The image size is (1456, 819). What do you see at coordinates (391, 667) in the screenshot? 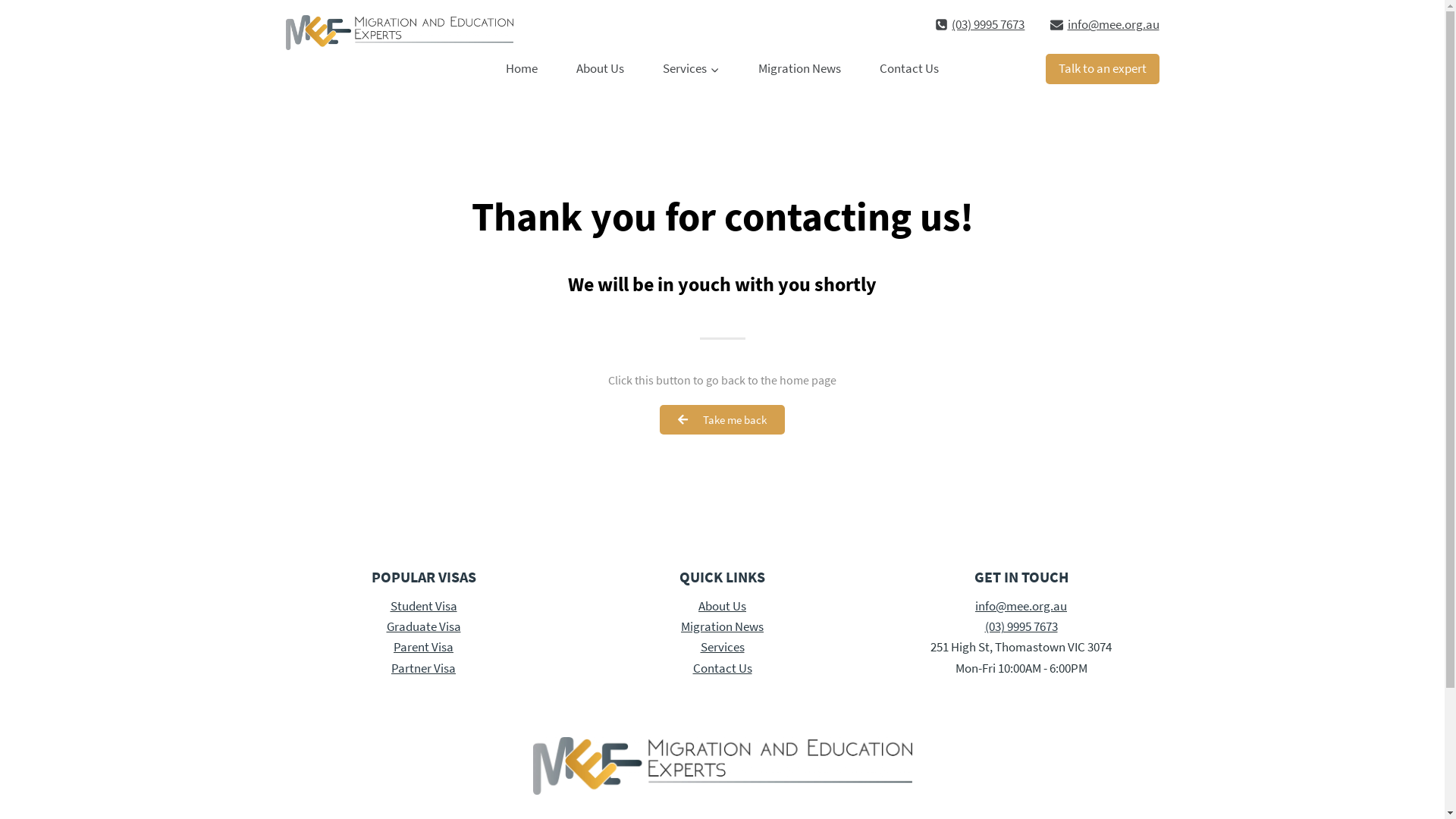
I see `'Partner Visa'` at bounding box center [391, 667].